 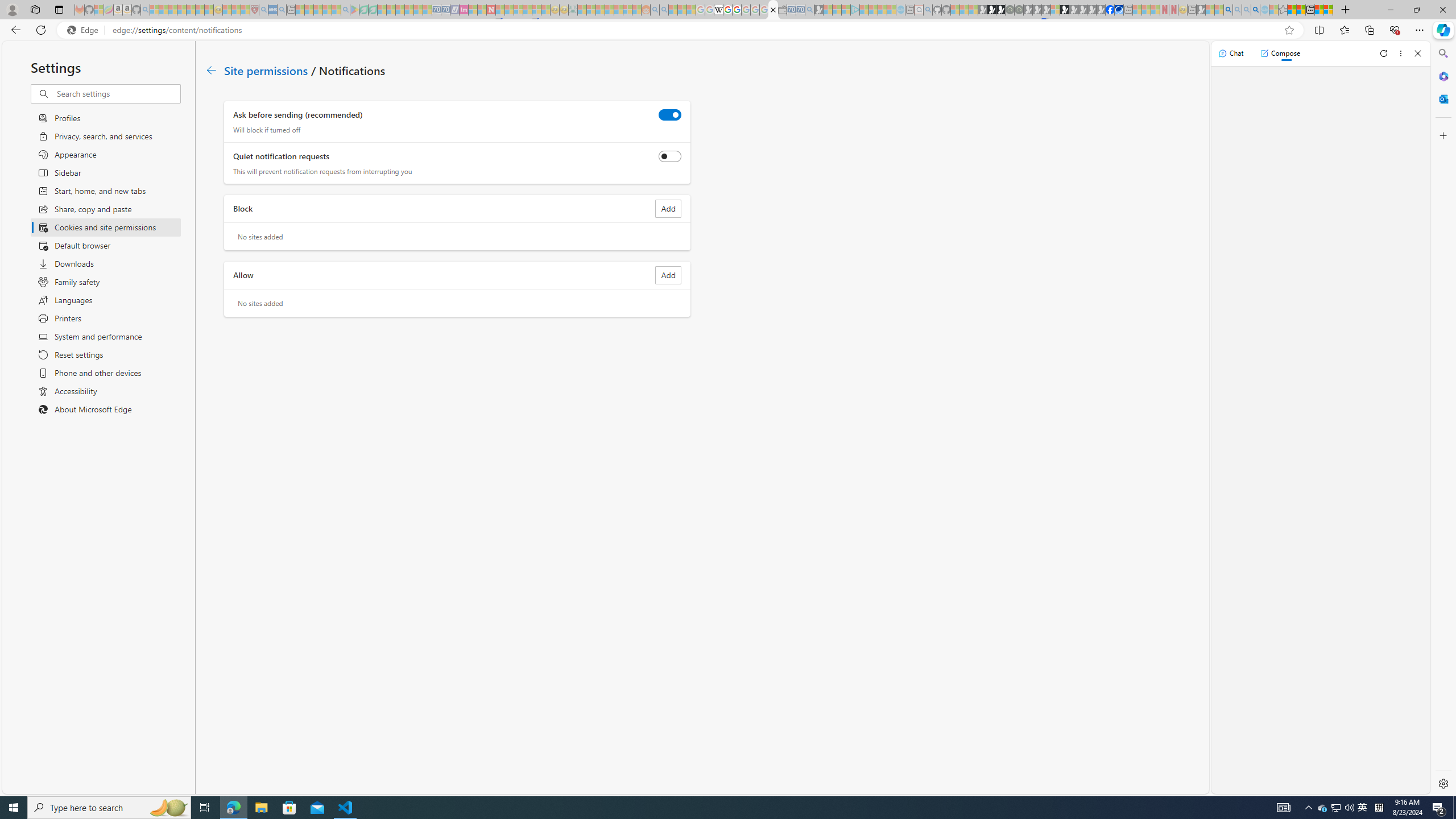 What do you see at coordinates (227, 9) in the screenshot?
I see `'Recipes - MSN - Sleeping'` at bounding box center [227, 9].